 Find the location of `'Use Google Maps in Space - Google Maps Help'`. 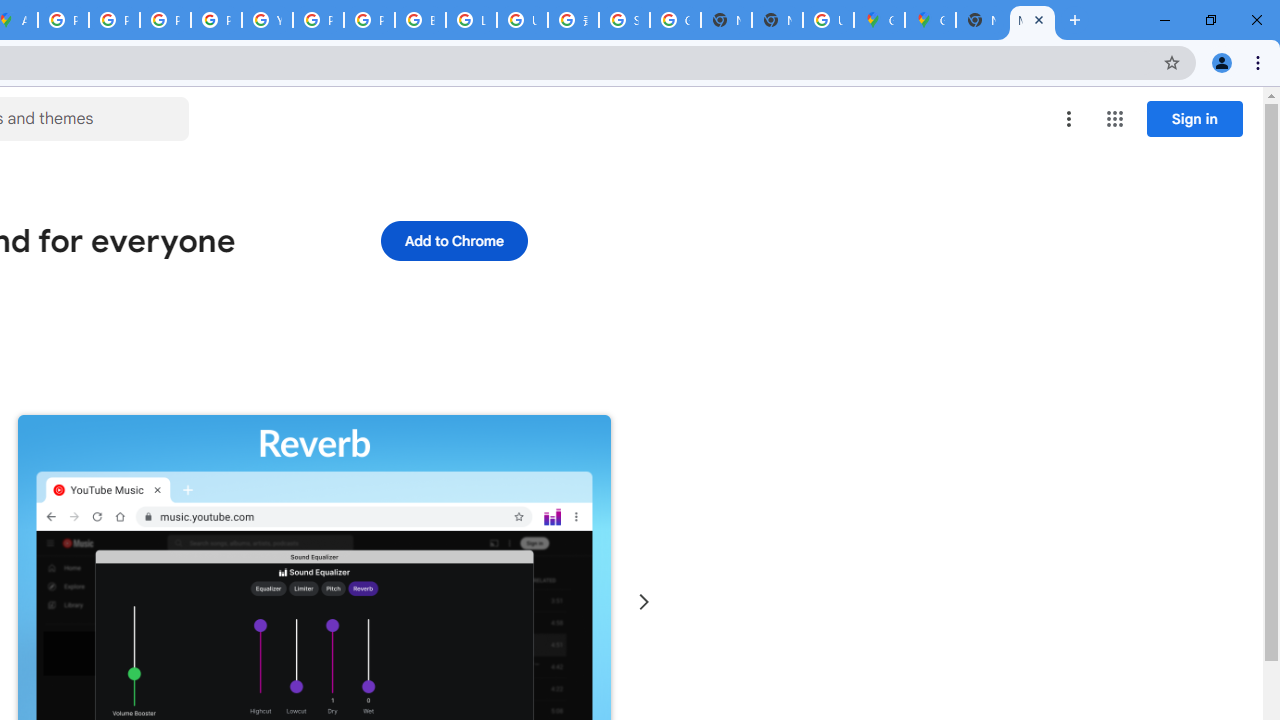

'Use Google Maps in Space - Google Maps Help' is located at coordinates (828, 20).